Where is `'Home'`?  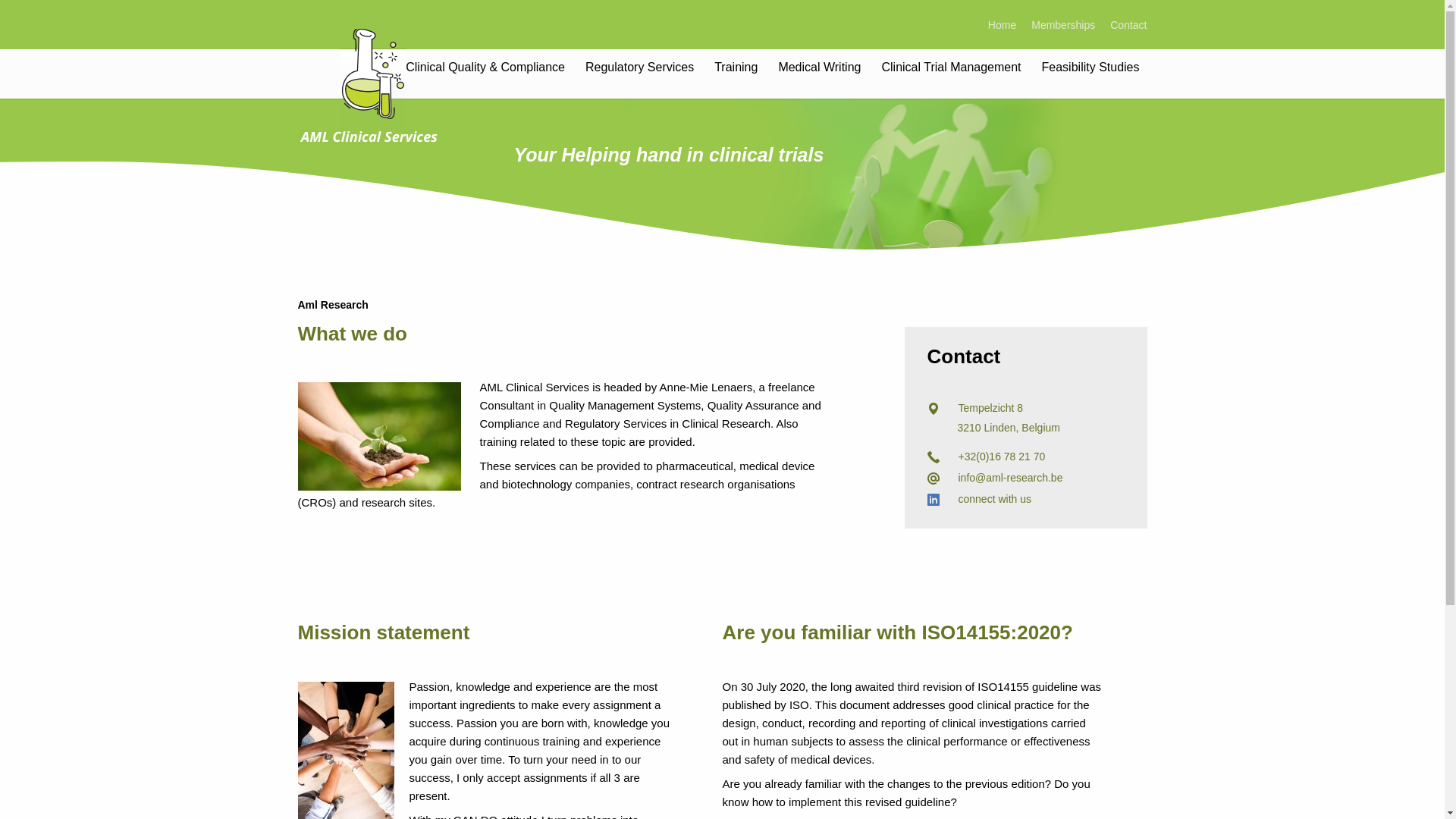 'Home' is located at coordinates (994, 25).